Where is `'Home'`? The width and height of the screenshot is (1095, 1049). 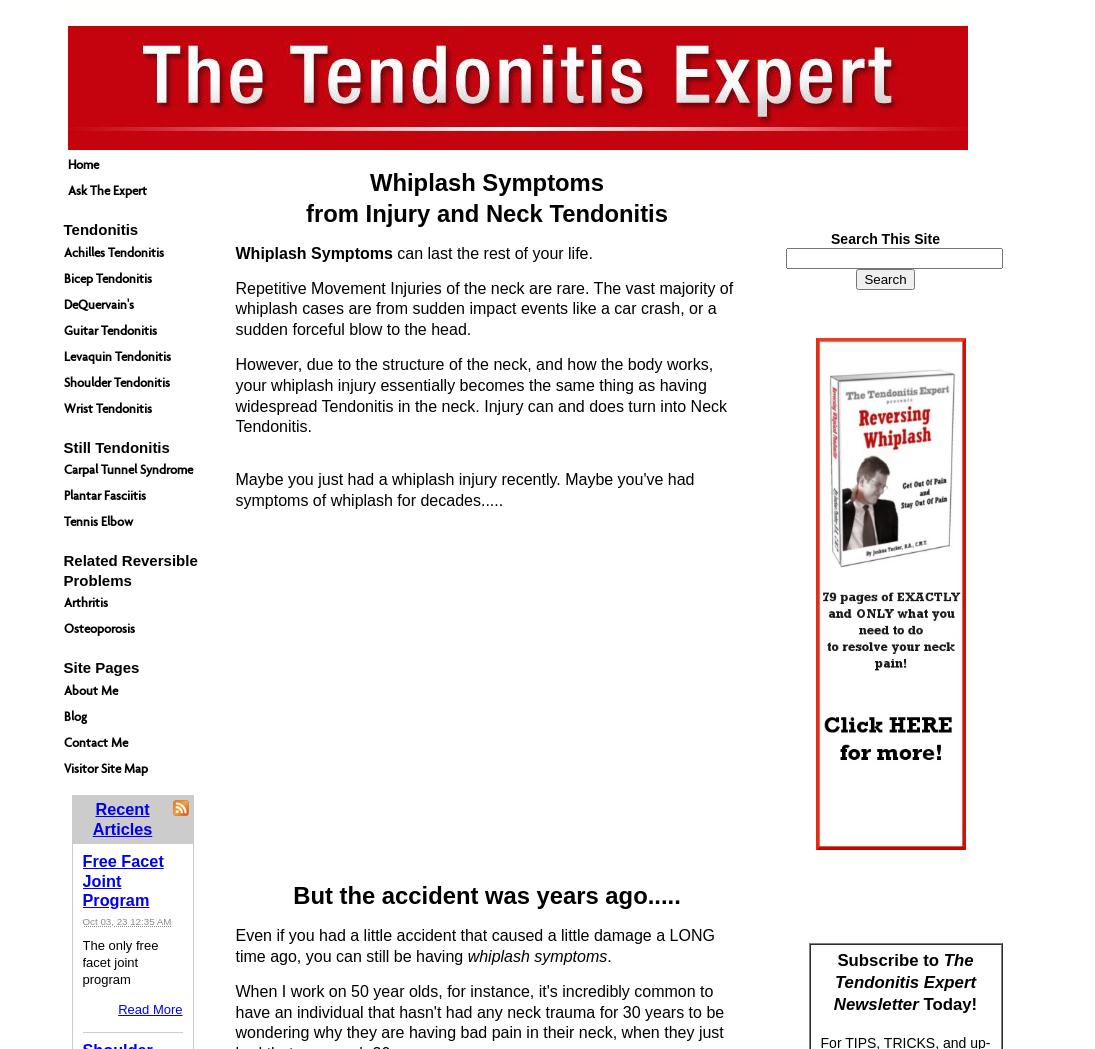 'Home' is located at coordinates (81, 163).